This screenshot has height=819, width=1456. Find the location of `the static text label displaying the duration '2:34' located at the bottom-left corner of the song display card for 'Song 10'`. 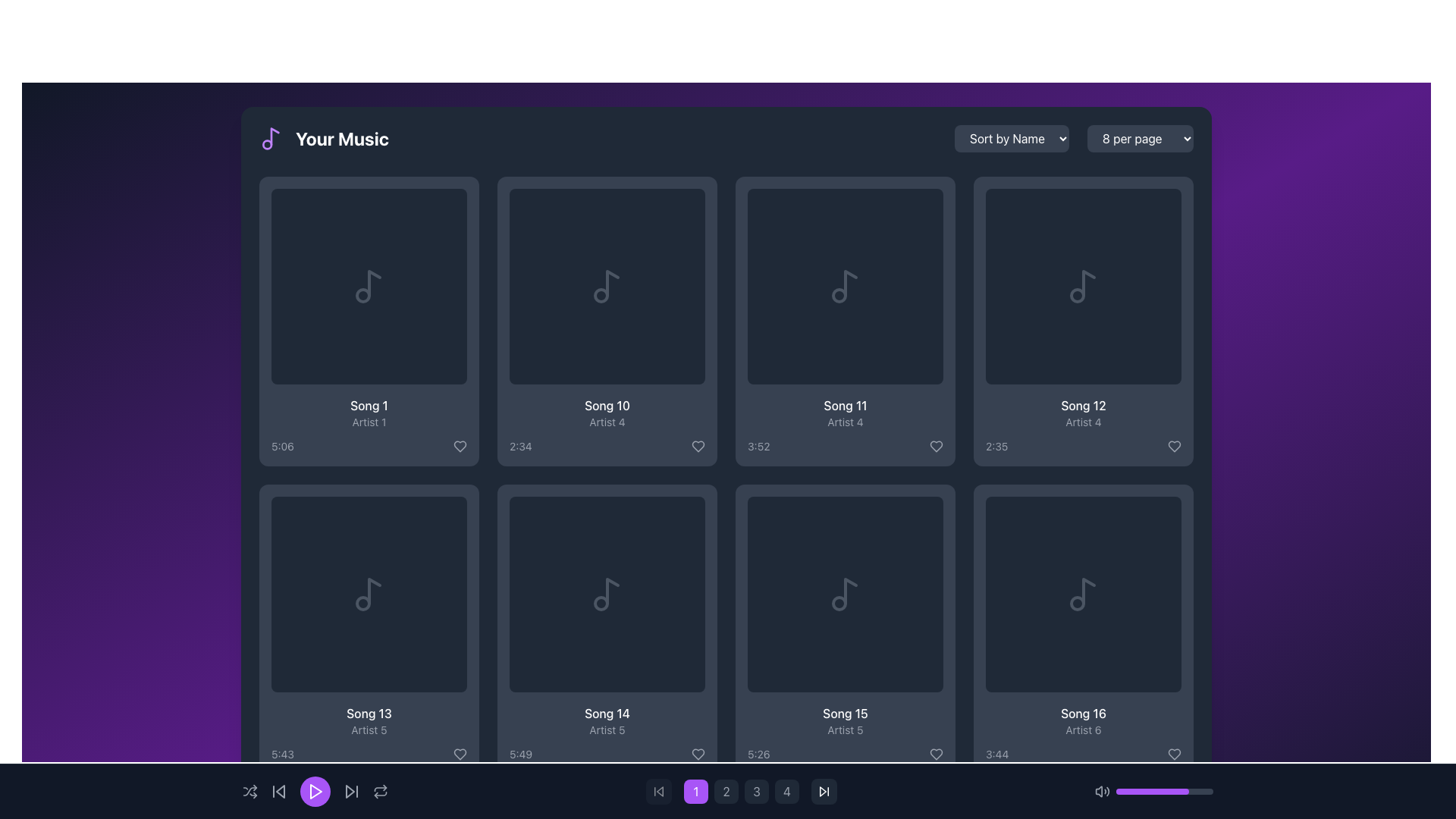

the static text label displaying the duration '2:34' located at the bottom-left corner of the song display card for 'Song 10' is located at coordinates (520, 446).